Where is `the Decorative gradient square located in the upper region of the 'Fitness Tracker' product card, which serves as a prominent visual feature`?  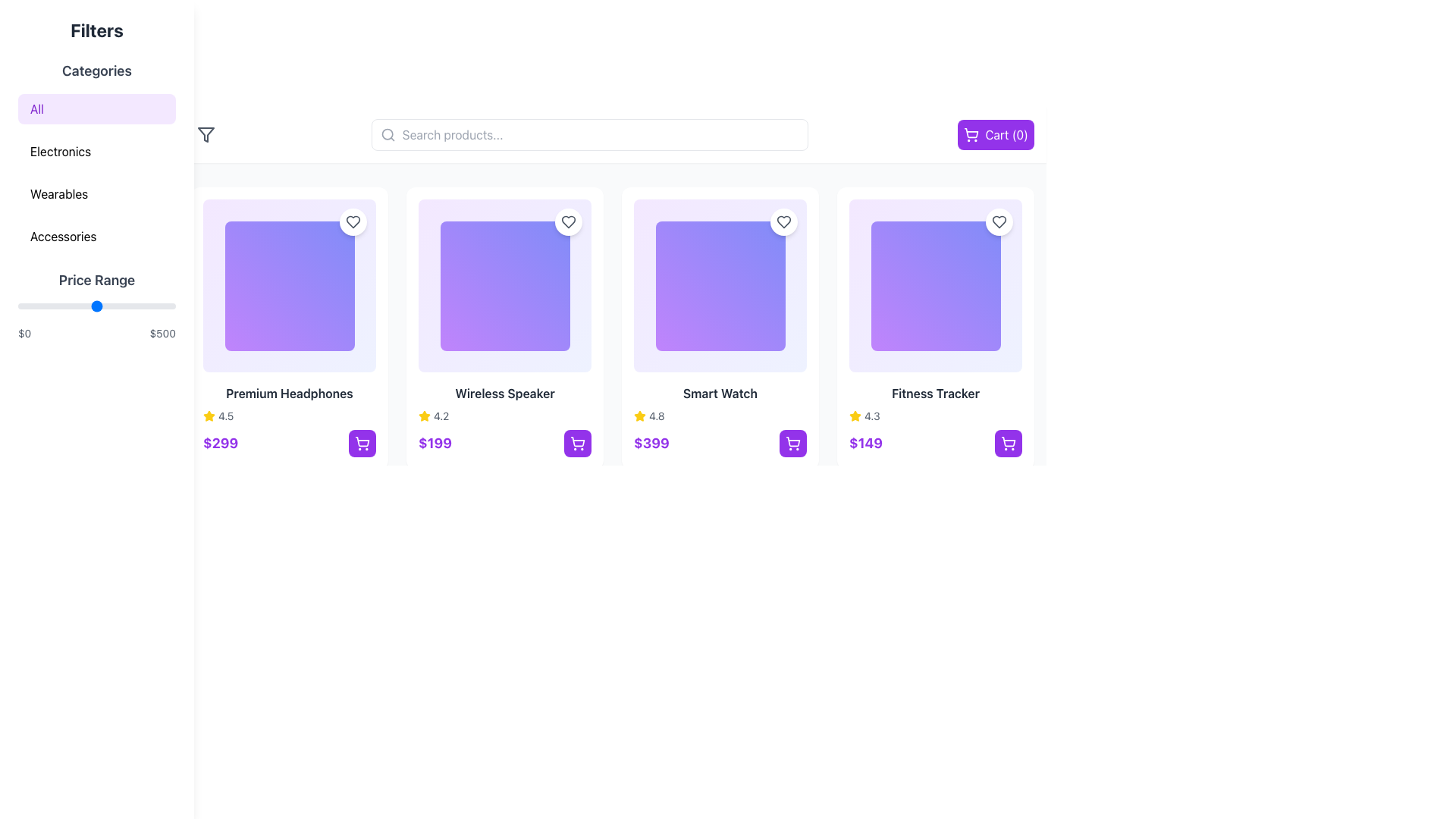
the Decorative gradient square located in the upper region of the 'Fitness Tracker' product card, which serves as a prominent visual feature is located at coordinates (934, 286).